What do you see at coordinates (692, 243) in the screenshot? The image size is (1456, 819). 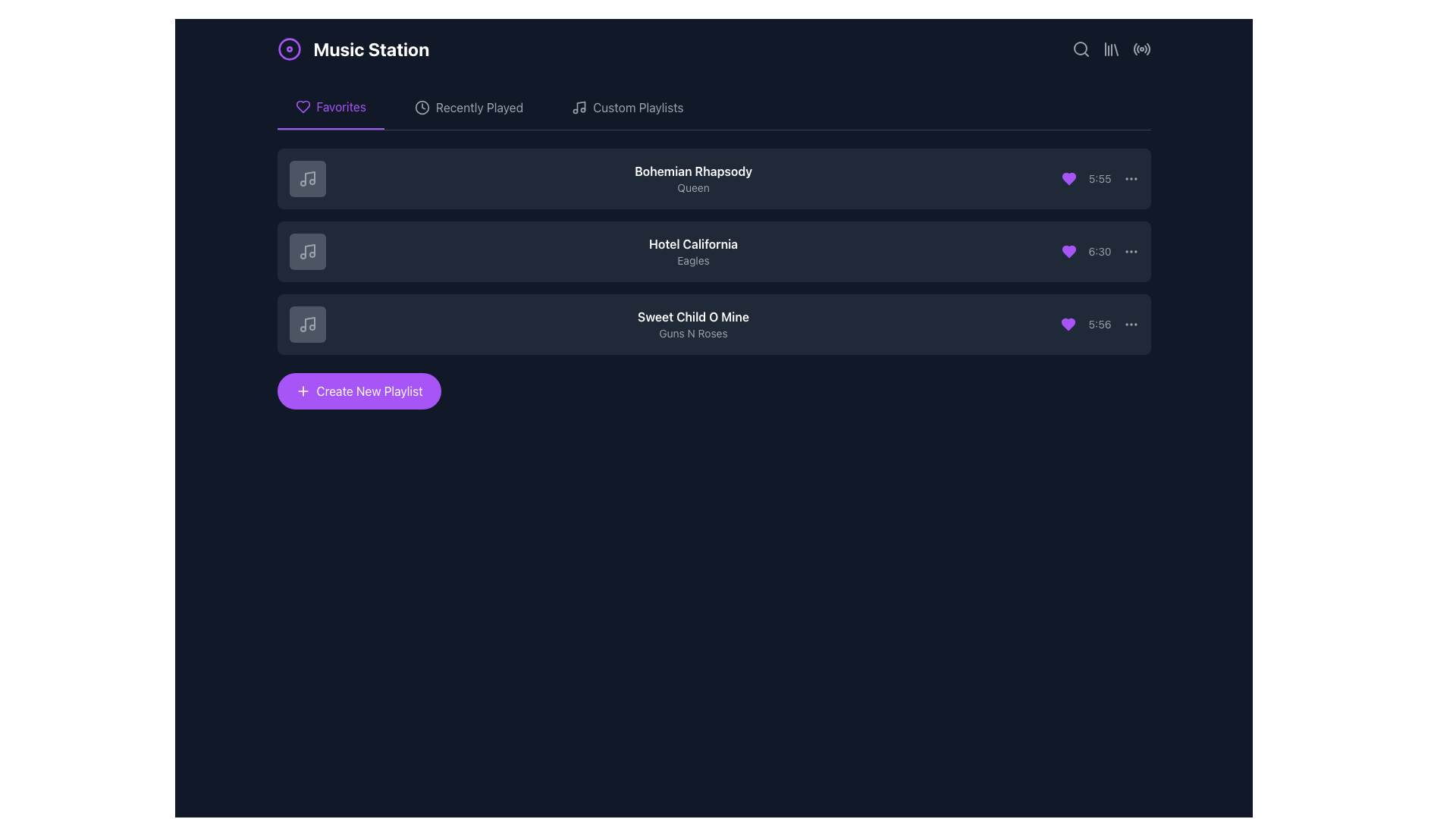 I see `the text label displaying the title of the song 'Hotel California' which is located in the 'Favorites' tab, second row of the music list, above the artist's name 'Eagles'` at bounding box center [692, 243].